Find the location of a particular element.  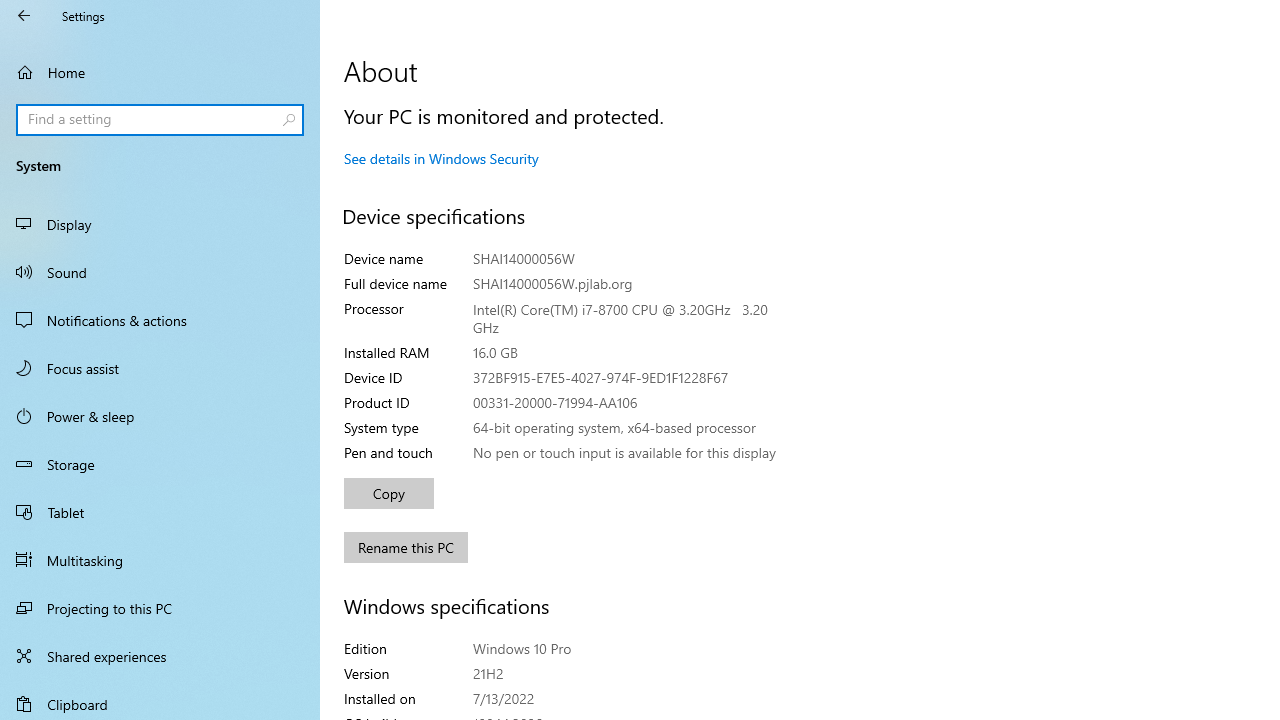

'Sound' is located at coordinates (160, 271).